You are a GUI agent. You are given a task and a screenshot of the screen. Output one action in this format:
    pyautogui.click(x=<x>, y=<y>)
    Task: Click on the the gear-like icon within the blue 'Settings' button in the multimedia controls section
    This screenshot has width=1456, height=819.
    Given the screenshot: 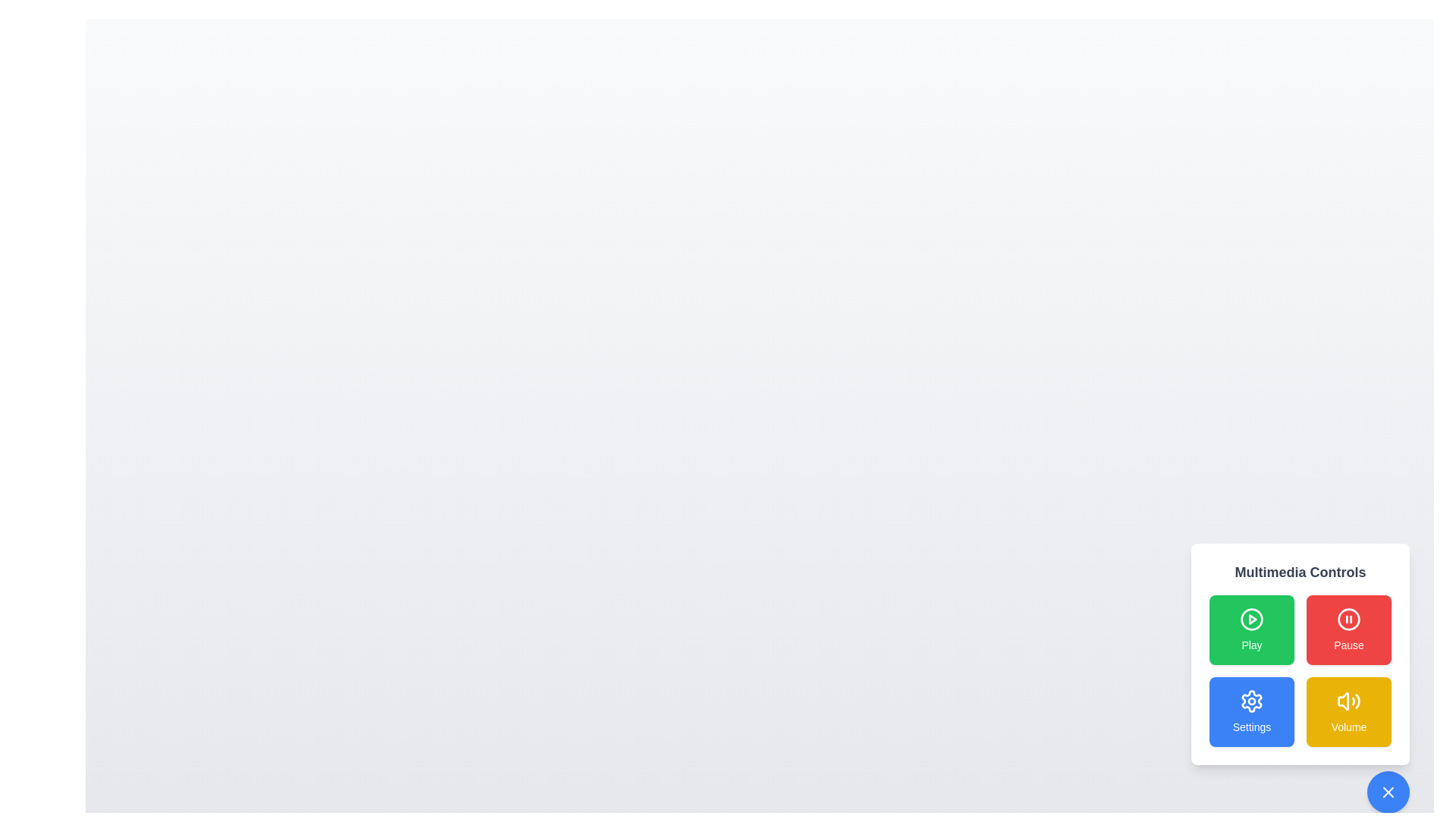 What is the action you would take?
    pyautogui.click(x=1252, y=701)
    